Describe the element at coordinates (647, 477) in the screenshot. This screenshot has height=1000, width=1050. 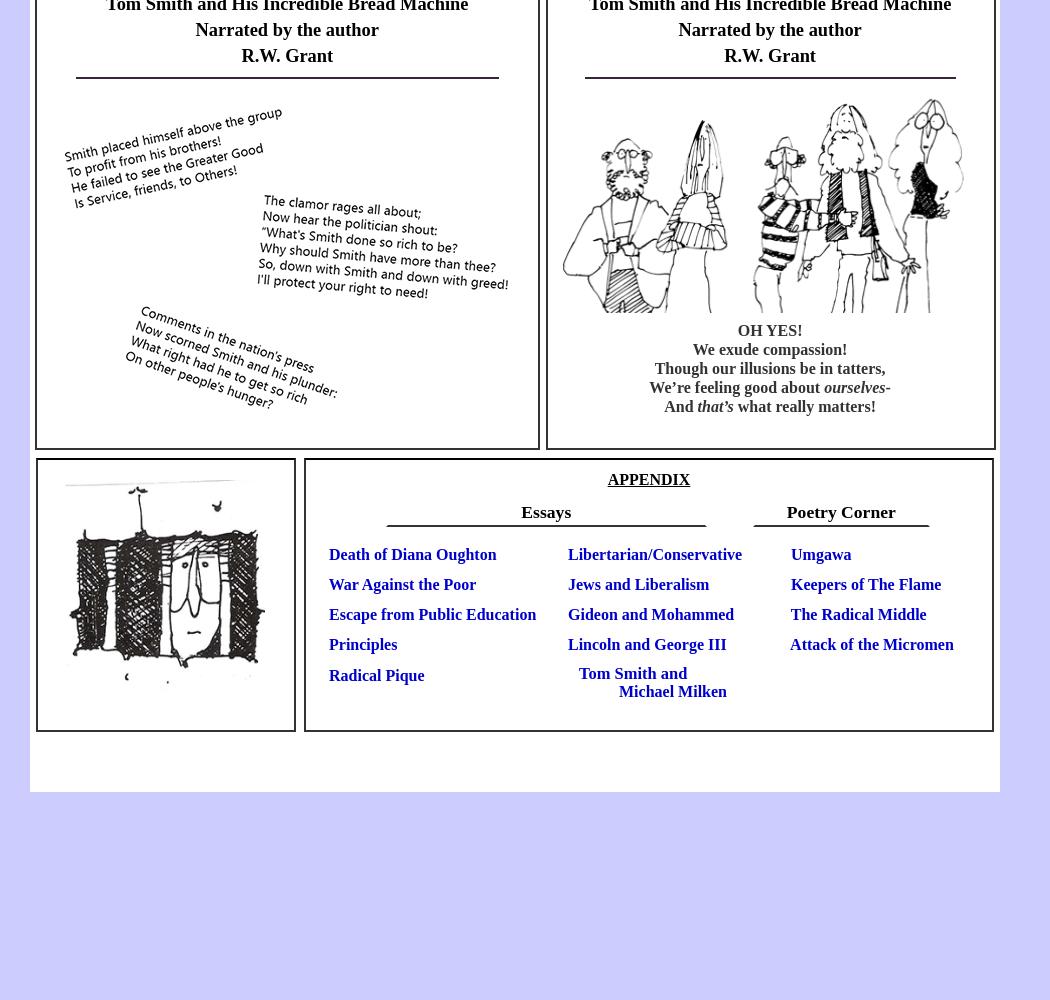
I see `'APPENDIX'` at that location.